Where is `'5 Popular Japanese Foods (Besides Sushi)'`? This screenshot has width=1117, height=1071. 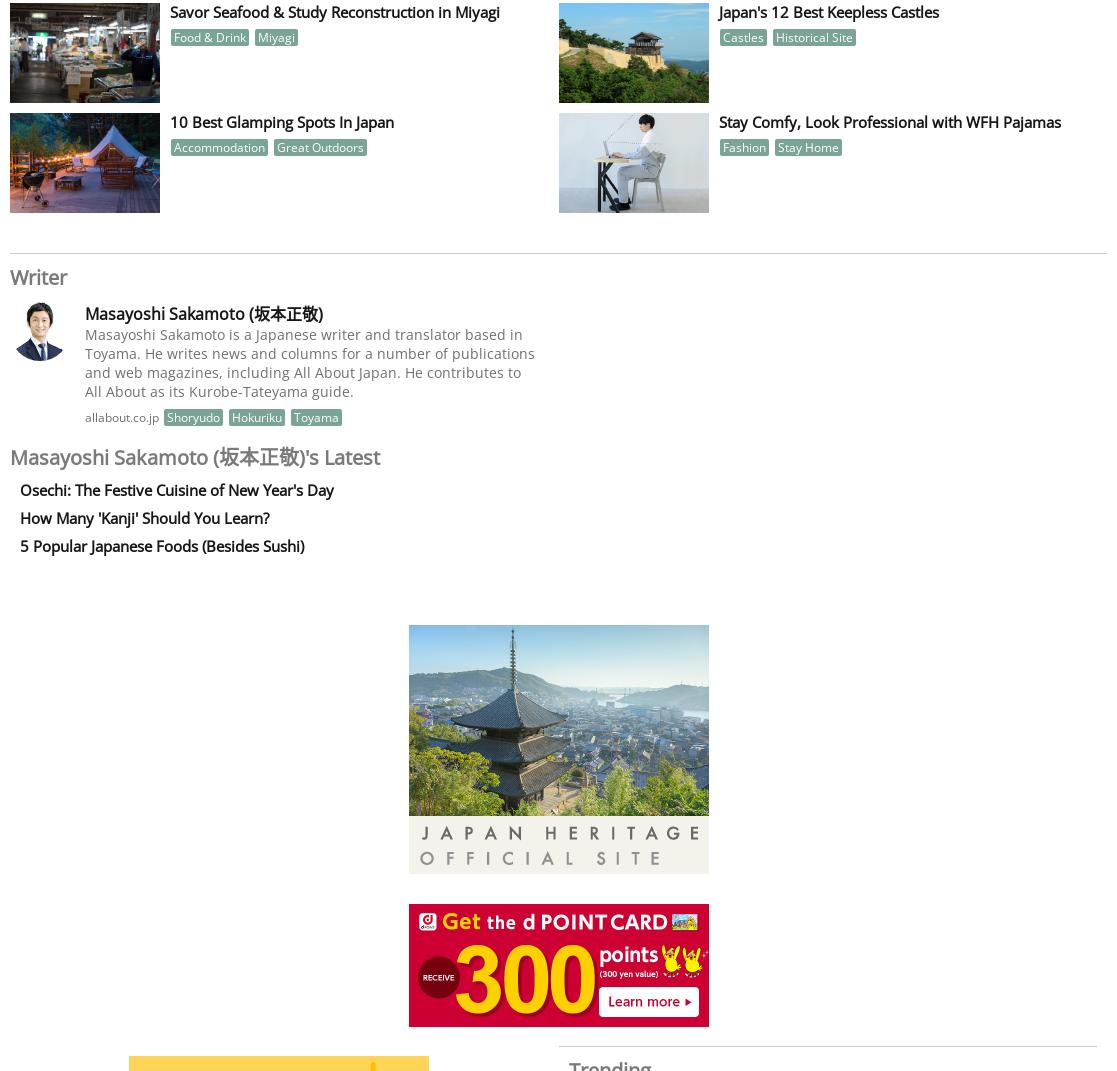
'5 Popular Japanese Foods (Besides Sushi)' is located at coordinates (161, 545).